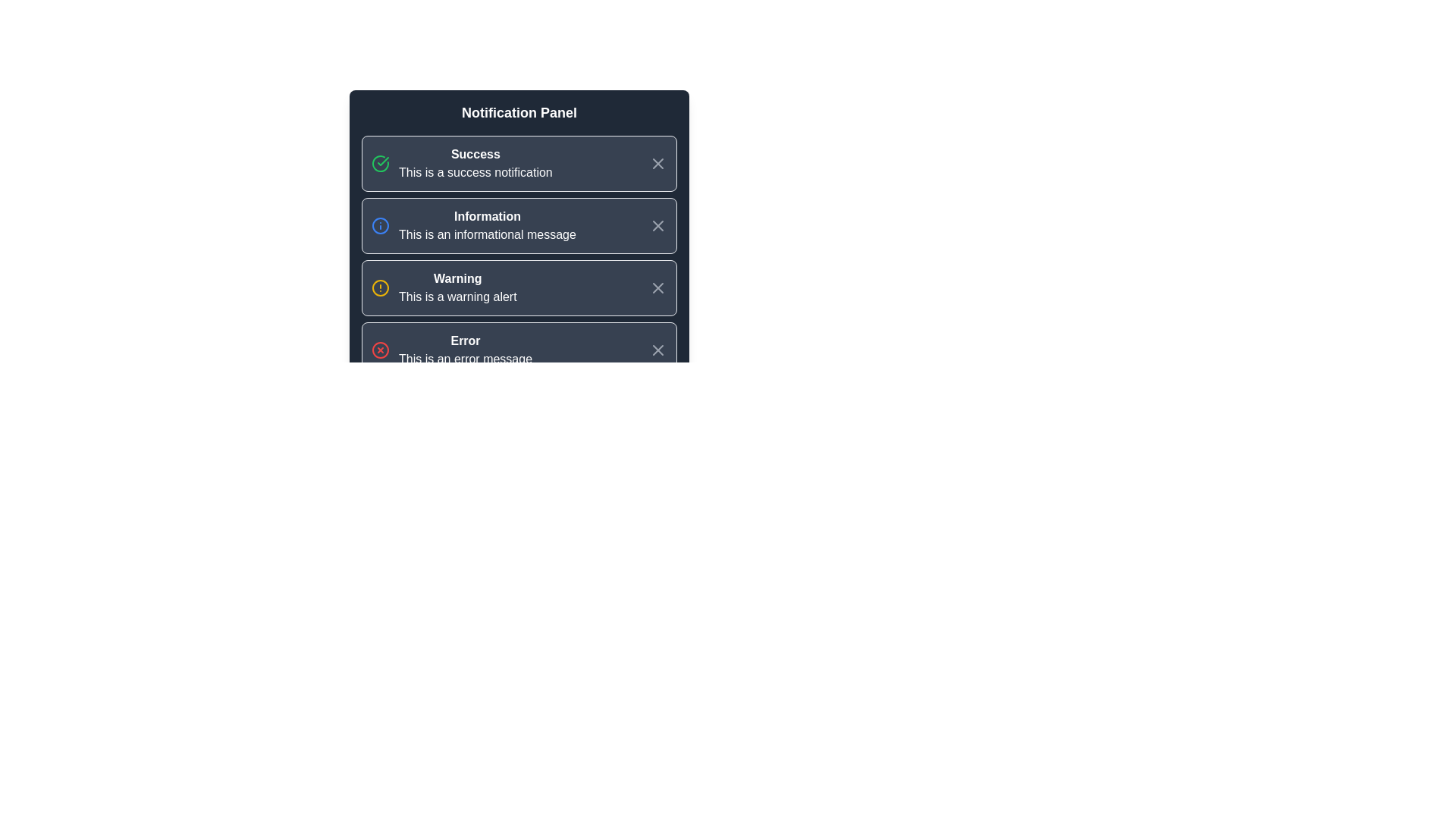 This screenshot has height=819, width=1456. I want to click on the Notification block that contains the blue circular icon with an 'i' and the bold text 'Information', which is located second from the top in the Notification Panel, so click(472, 225).